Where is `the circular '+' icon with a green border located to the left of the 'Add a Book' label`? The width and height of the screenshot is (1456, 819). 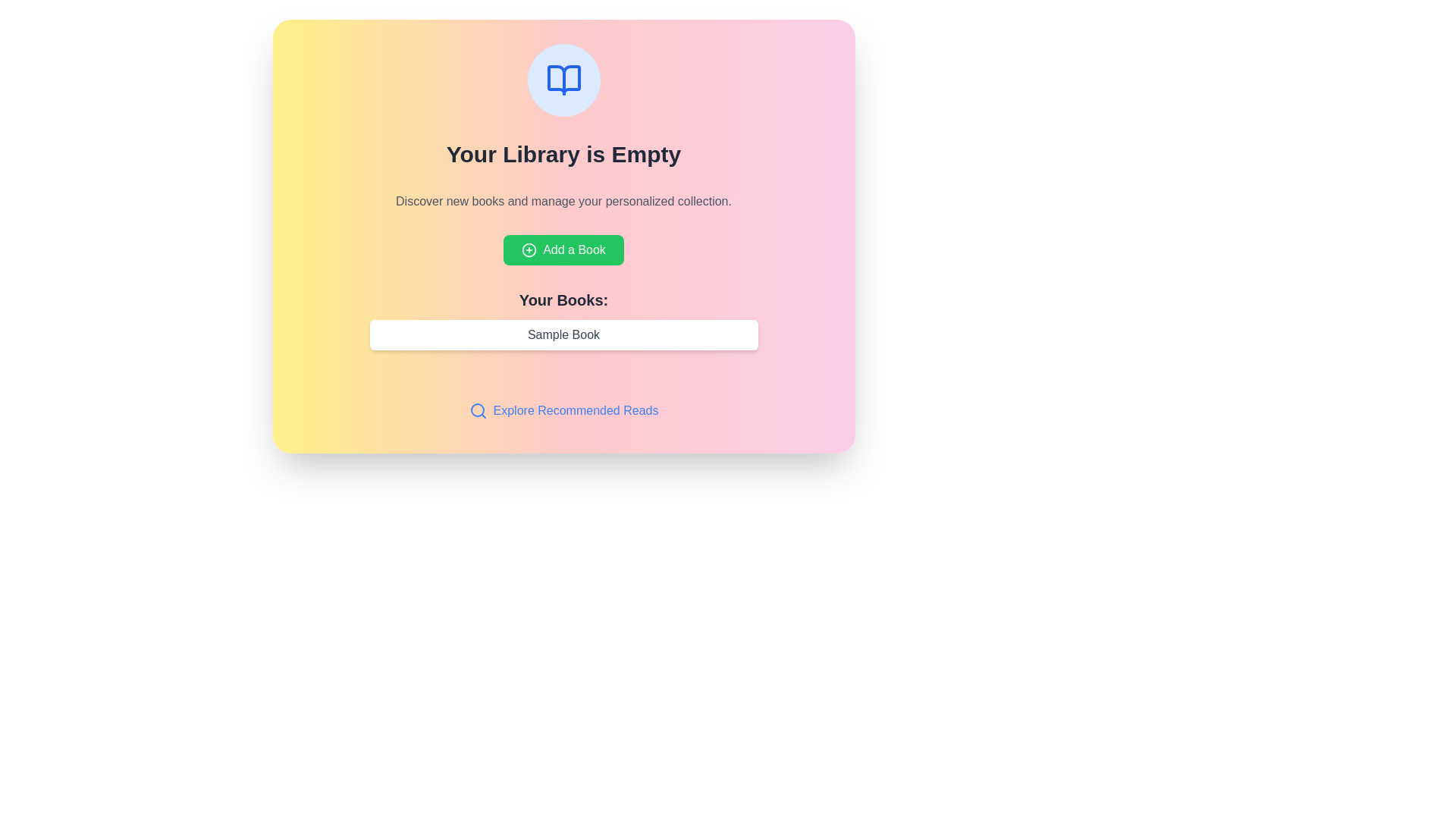 the circular '+' icon with a green border located to the left of the 'Add a Book' label is located at coordinates (529, 249).